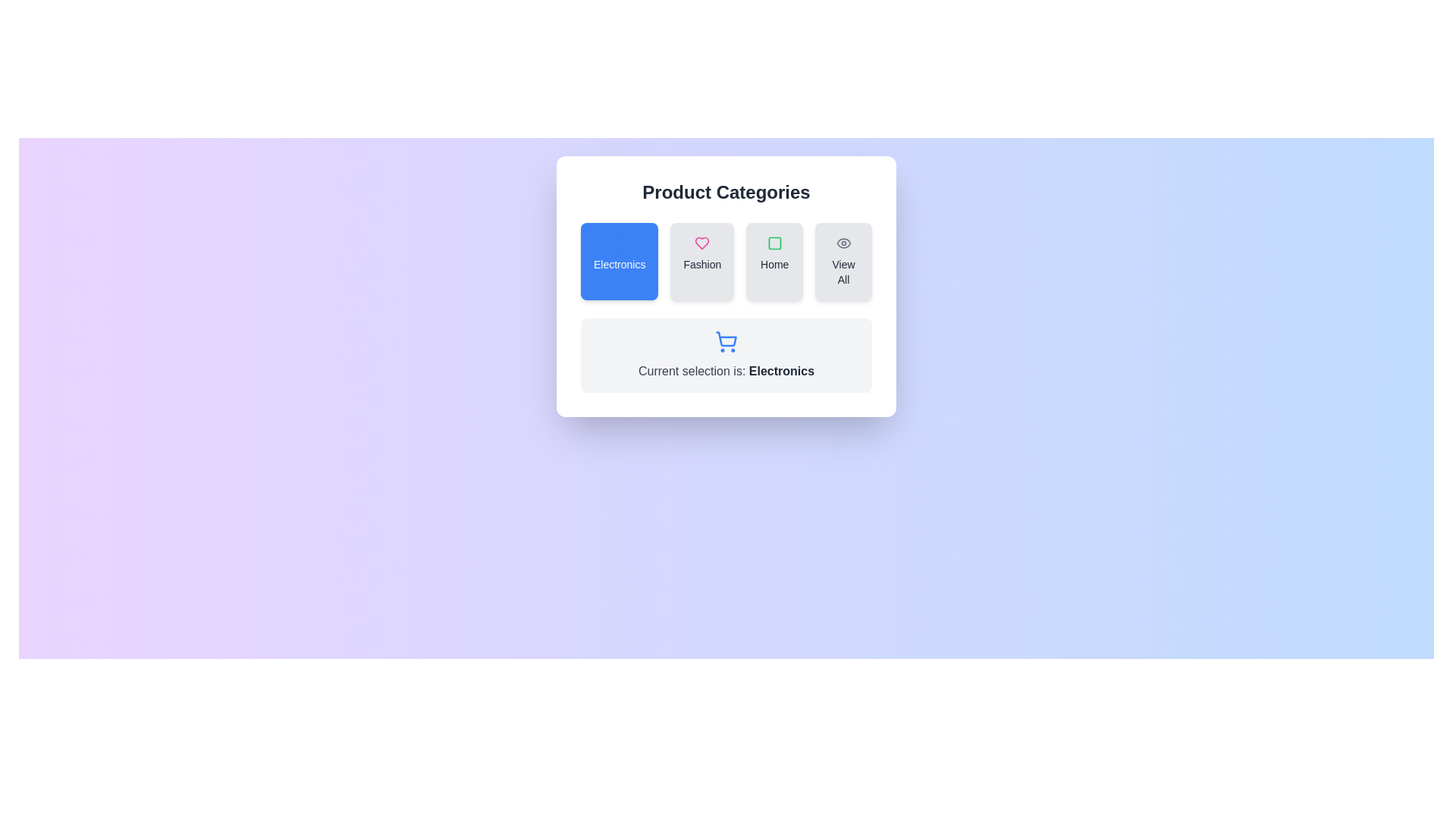 The image size is (1456, 819). Describe the element at coordinates (726, 338) in the screenshot. I see `the stylized shopping cart icon, which features a rectangular basket, handle, and wheels, located centrally beneath the category selection panel` at that location.